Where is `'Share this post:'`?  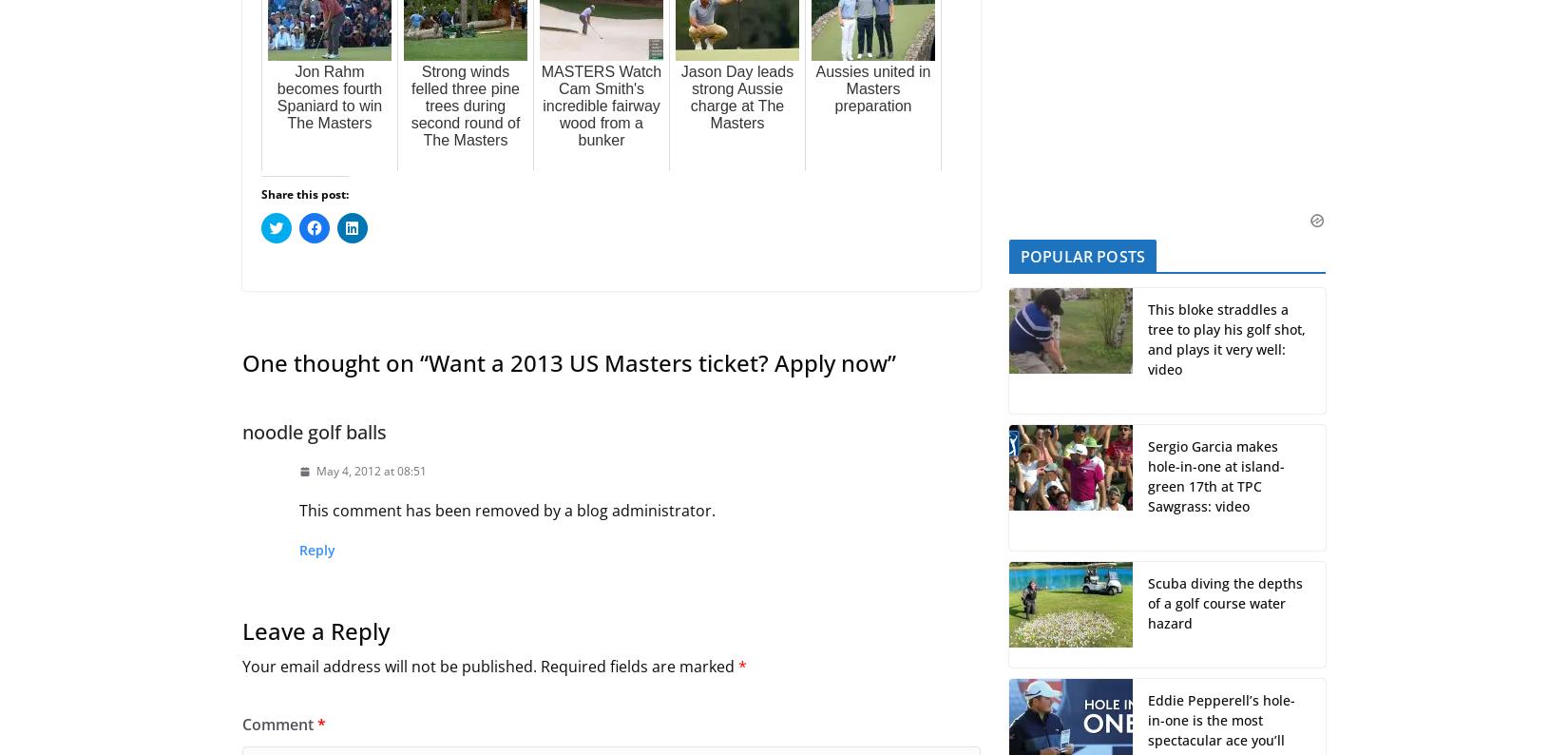
'Share this post:' is located at coordinates (304, 193).